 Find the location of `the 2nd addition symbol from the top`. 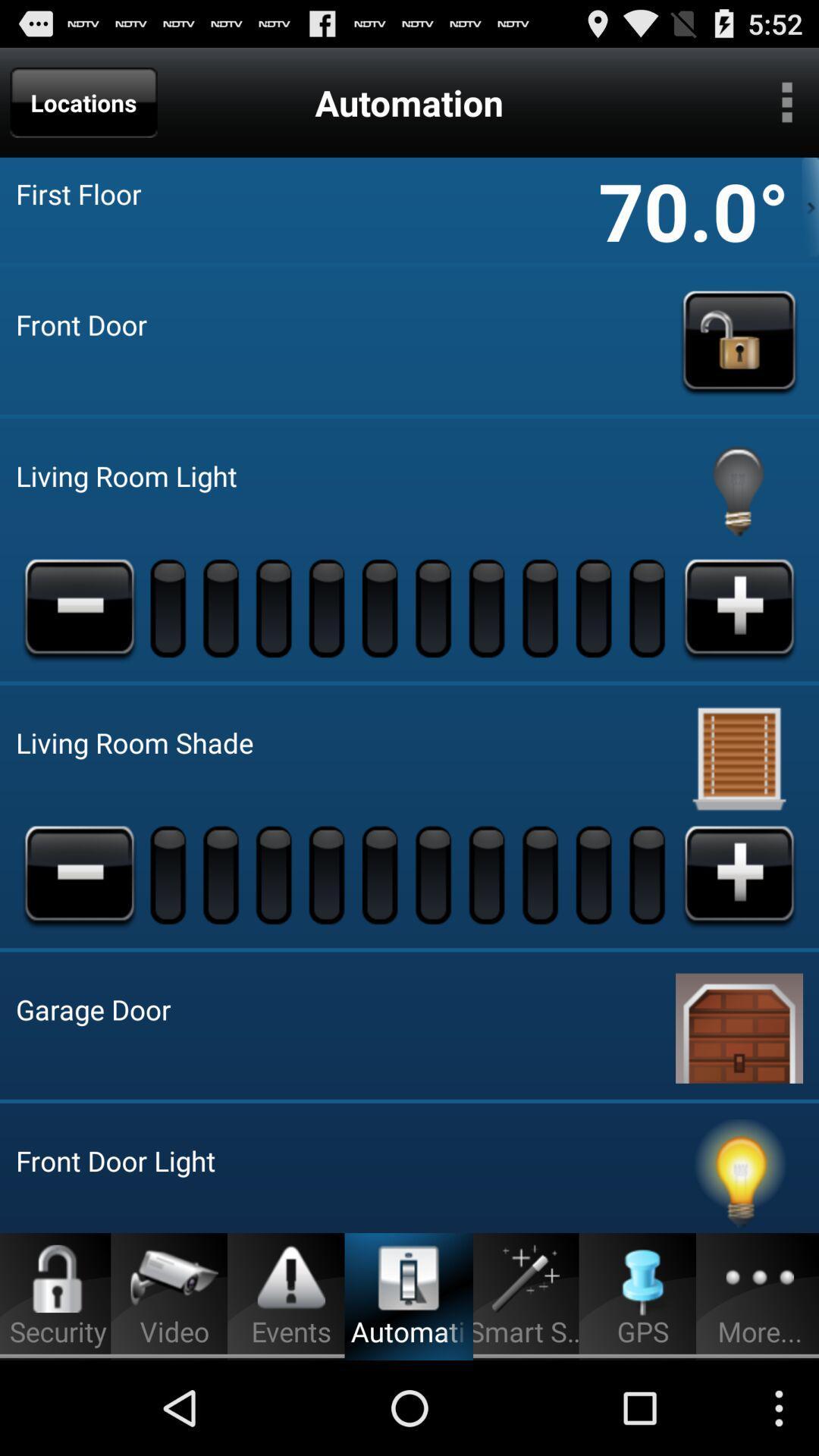

the 2nd addition symbol from the top is located at coordinates (739, 874).